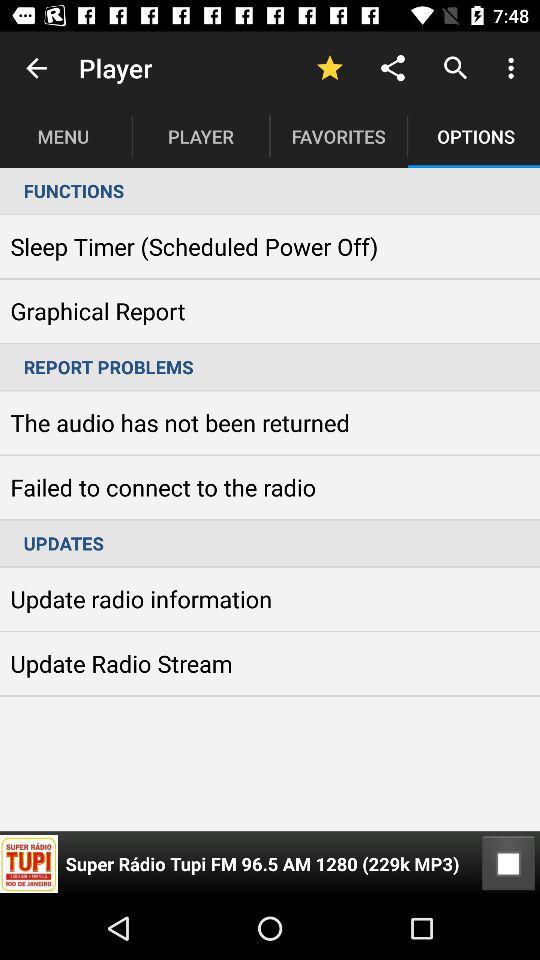  I want to click on item above options, so click(513, 68).